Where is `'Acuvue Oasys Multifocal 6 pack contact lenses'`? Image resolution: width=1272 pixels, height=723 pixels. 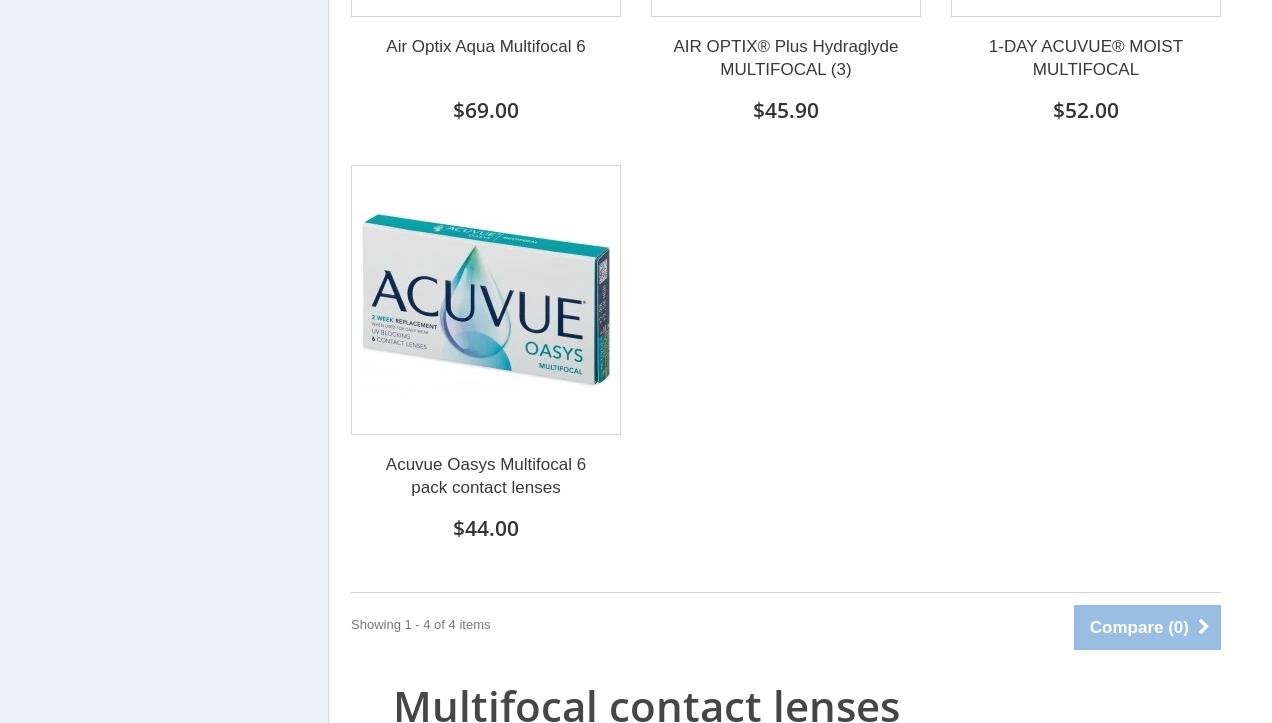
'Acuvue Oasys Multifocal 6 pack contact lenses' is located at coordinates (485, 475).